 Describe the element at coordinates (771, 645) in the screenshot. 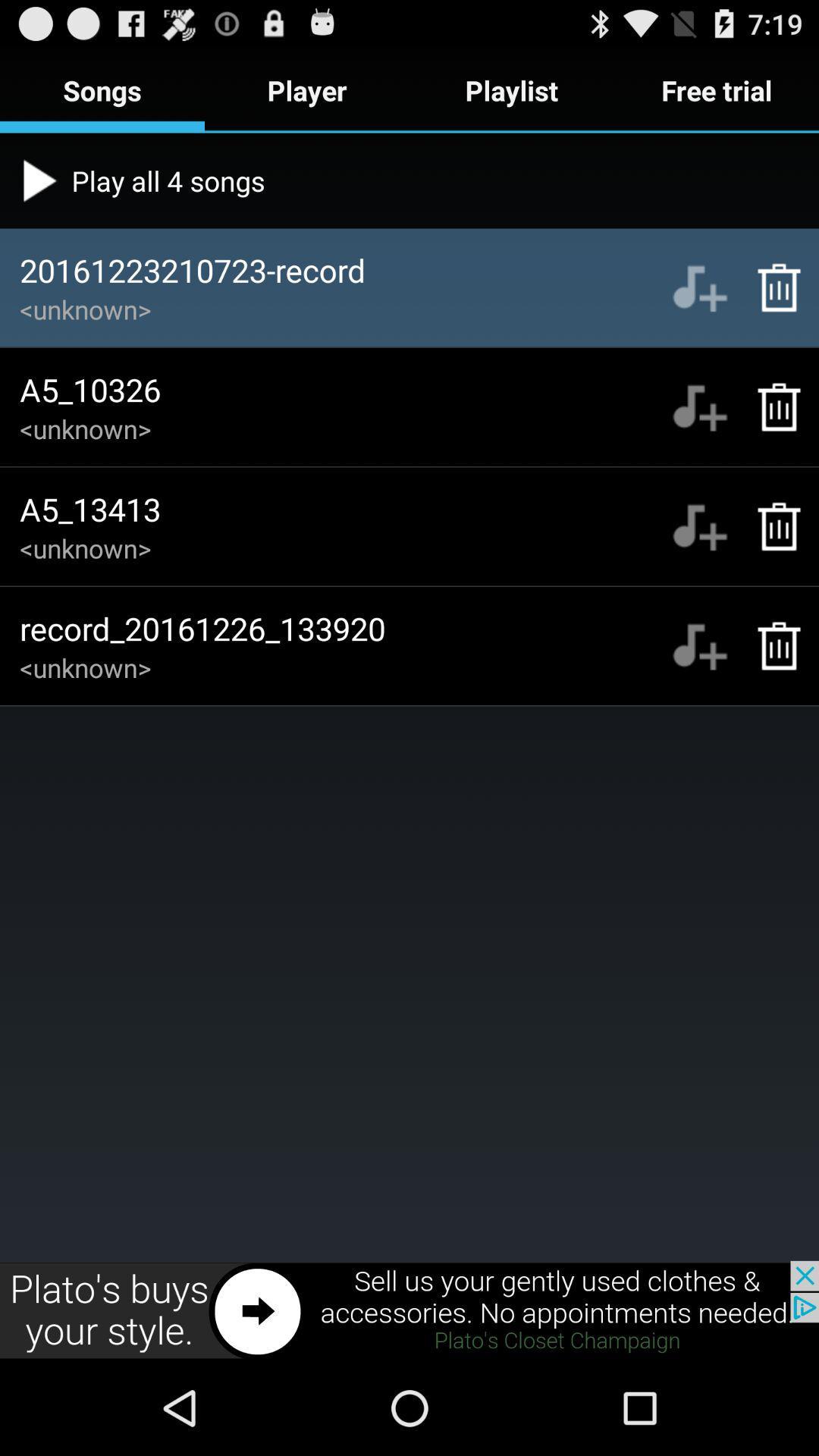

I see `place recording in recycle bin` at that location.